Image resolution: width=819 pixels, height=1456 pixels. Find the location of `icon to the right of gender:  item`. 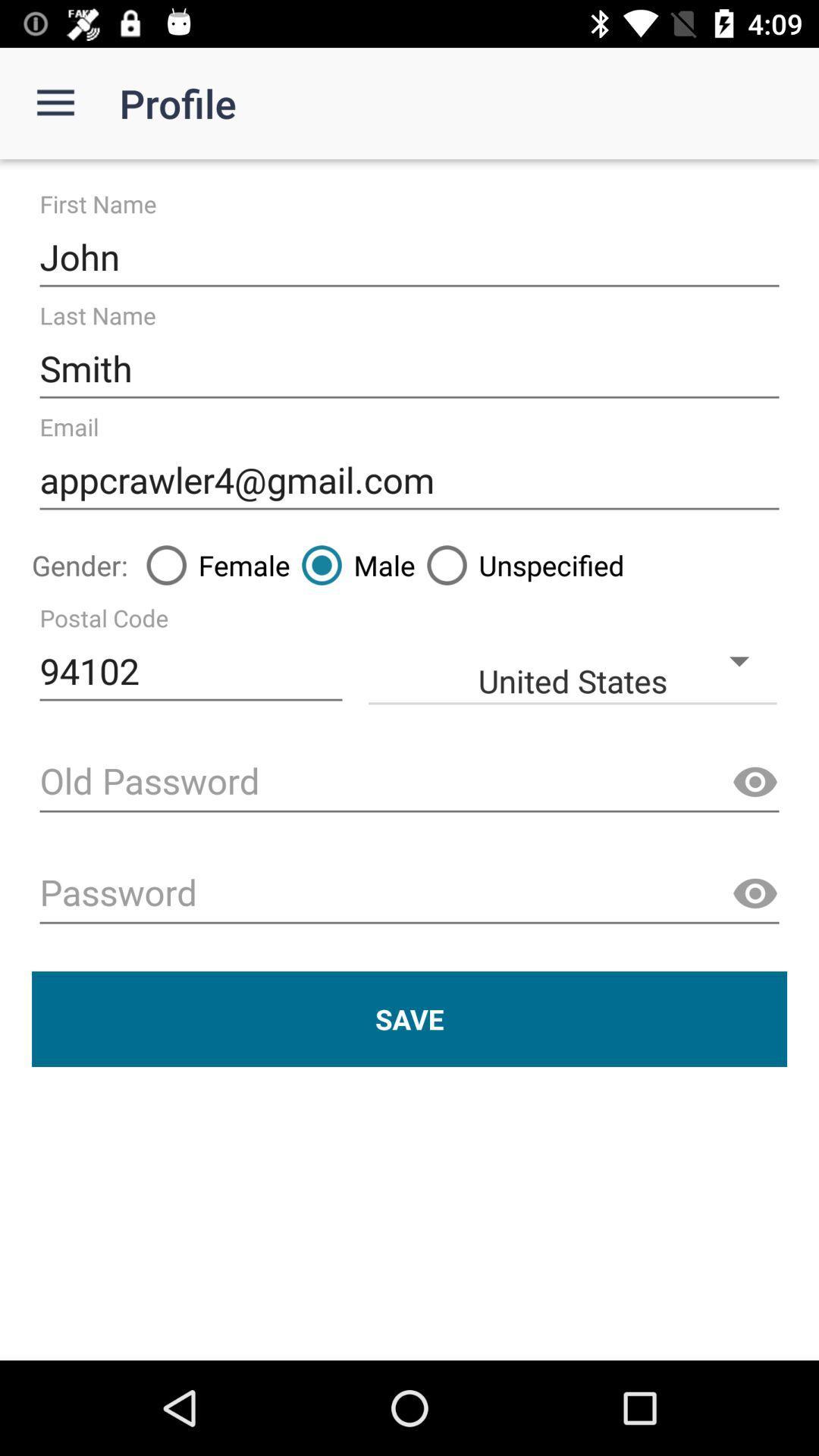

icon to the right of gender:  item is located at coordinates (212, 564).